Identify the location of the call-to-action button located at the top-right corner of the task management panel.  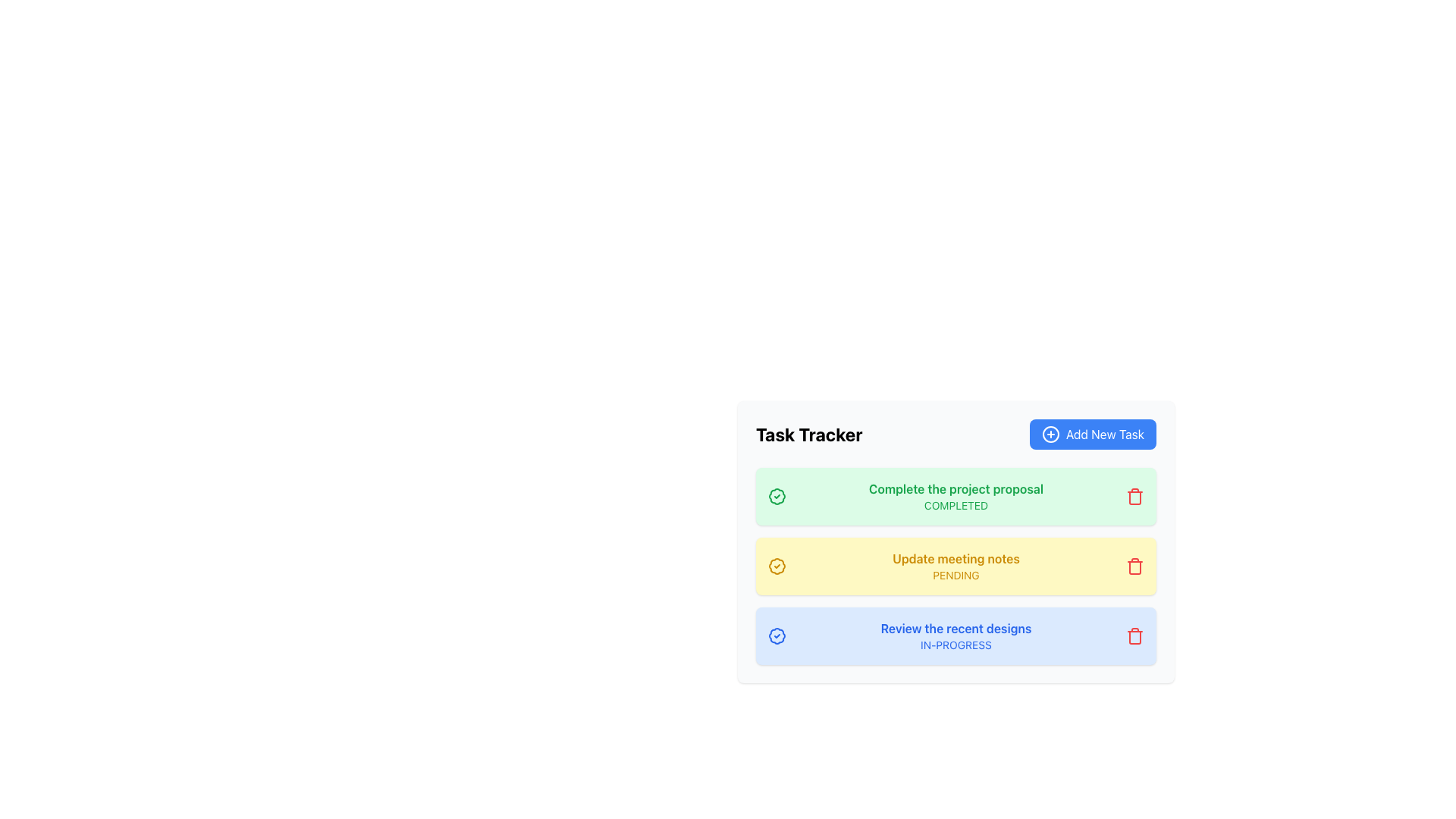
(1105, 435).